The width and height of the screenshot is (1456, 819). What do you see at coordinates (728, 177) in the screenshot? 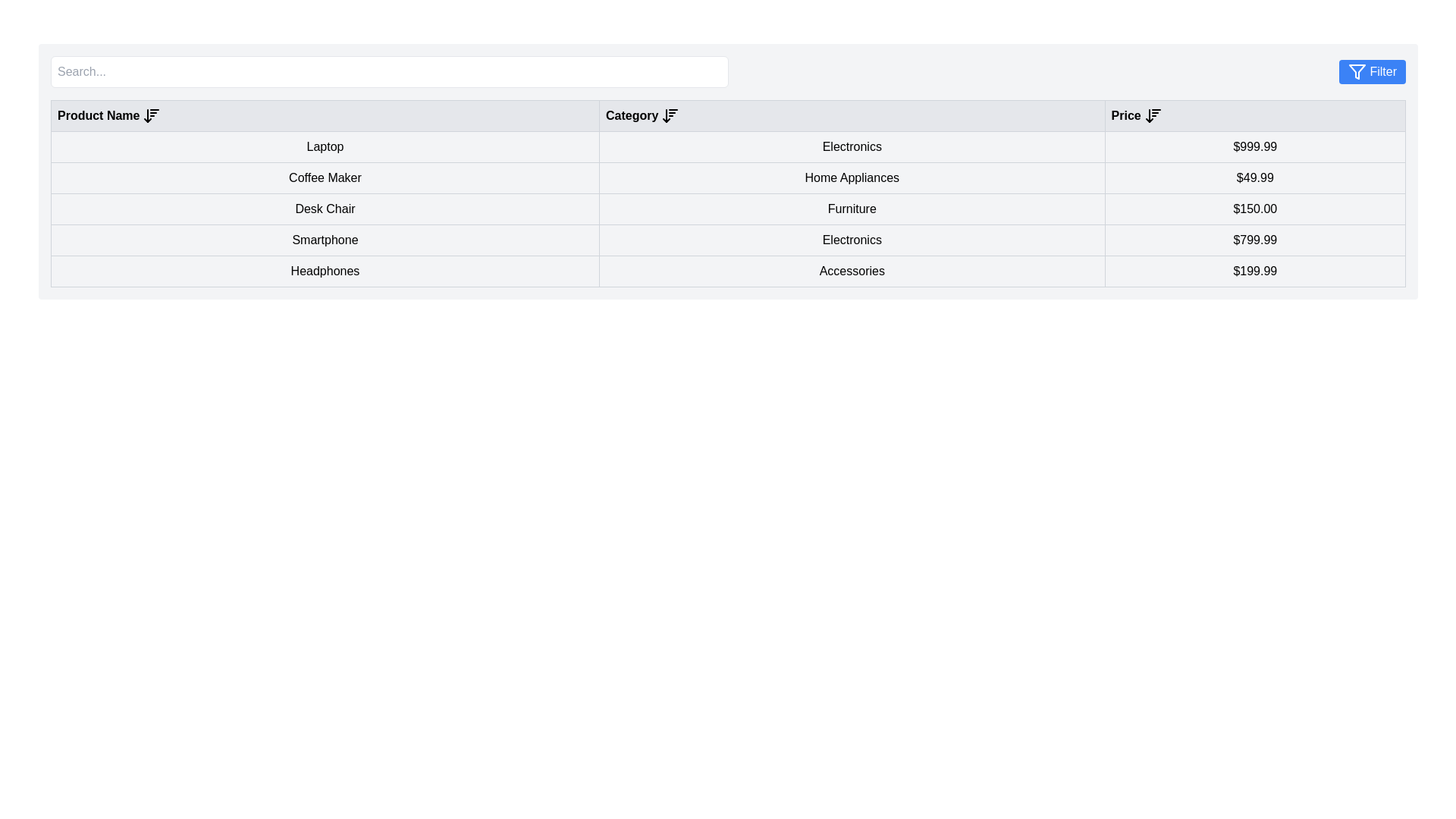
I see `to interact with the table row displaying 'Coffee Maker' in the left column, 'Home Appliances' in the middle column, and '$49.99' in the right column, located in the second row of the structured table layout` at bounding box center [728, 177].